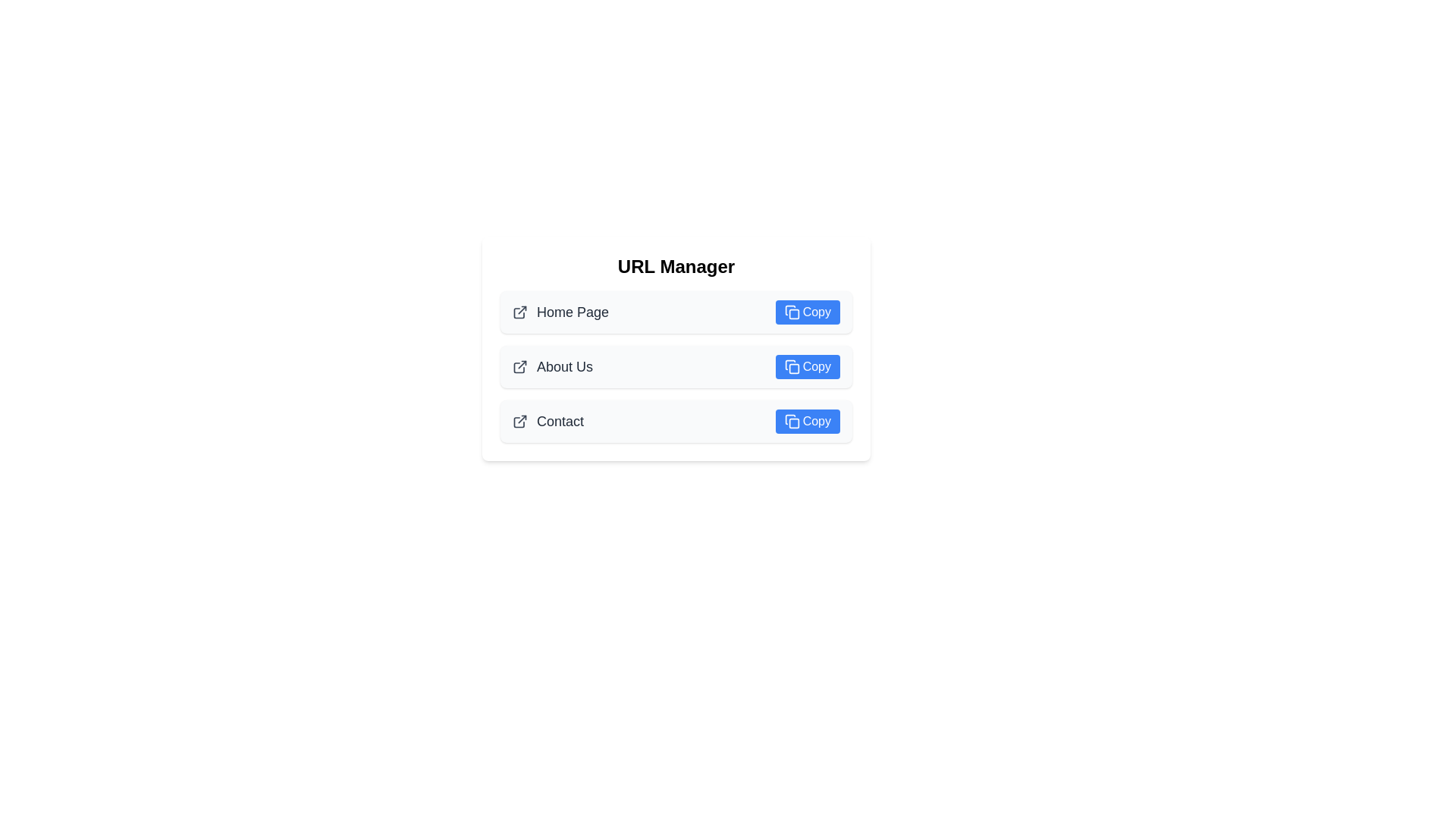 The height and width of the screenshot is (819, 1456). What do you see at coordinates (807, 312) in the screenshot?
I see `the topmost 'Copy' button located on the right side of the row labeled 'Home Page'` at bounding box center [807, 312].